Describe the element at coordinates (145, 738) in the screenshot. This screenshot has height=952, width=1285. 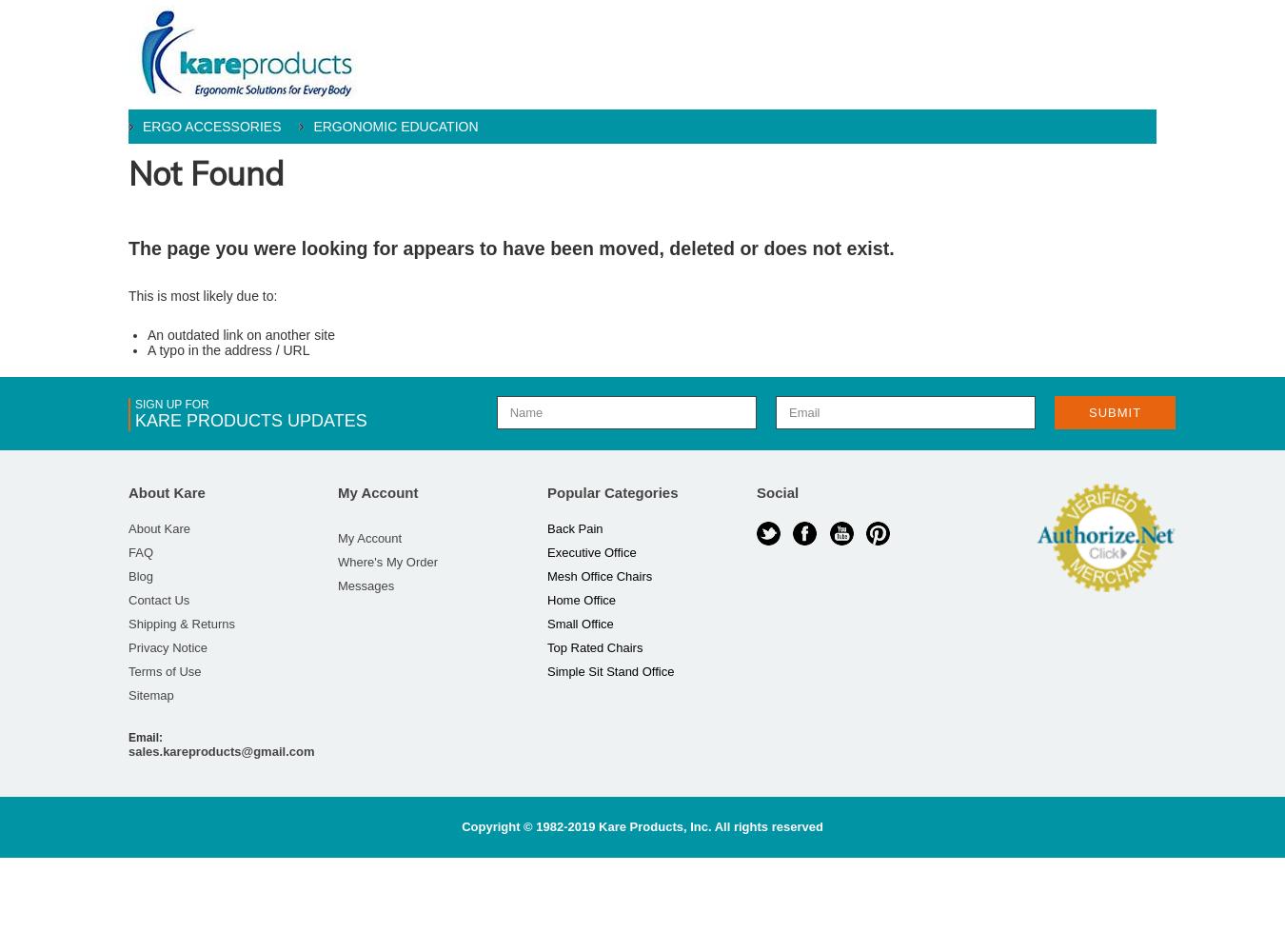
I see `'Email:'` at that location.